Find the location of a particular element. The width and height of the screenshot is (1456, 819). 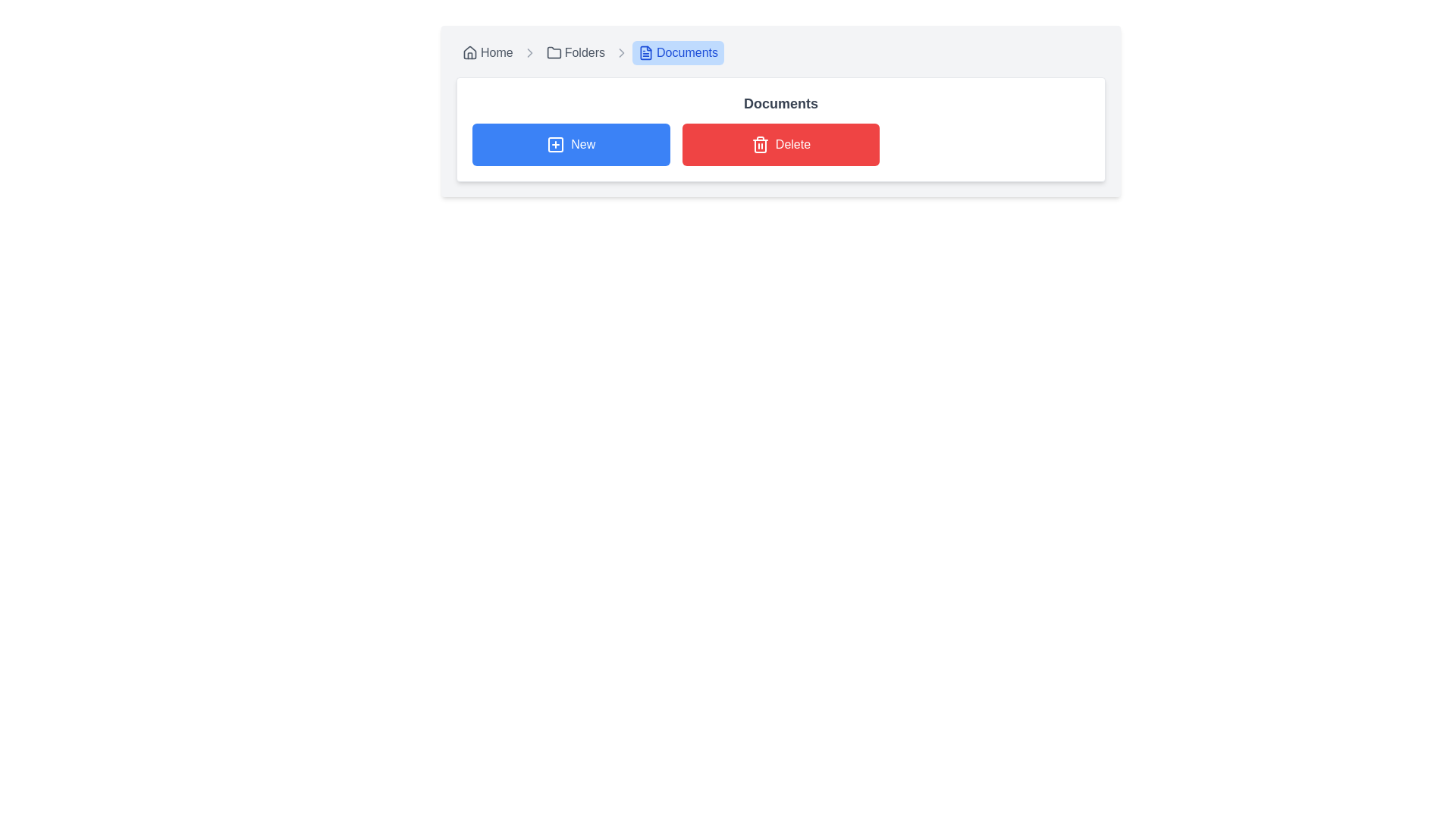

the blue 'New' button with a '+' icon is located at coordinates (570, 145).